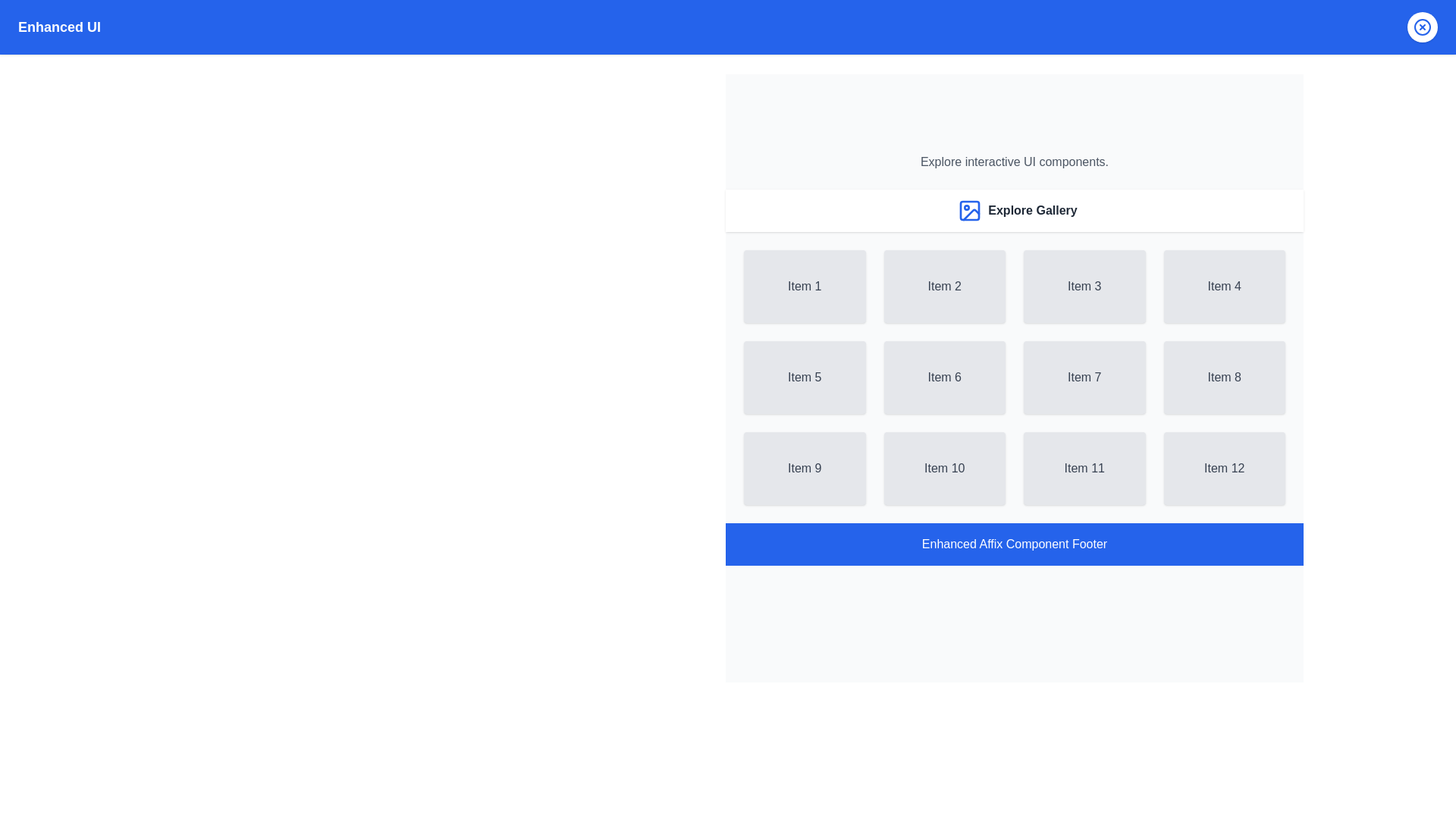 This screenshot has width=1456, height=819. I want to click on the second card in the grid layout, which is located in the top row and second column, so click(943, 287).